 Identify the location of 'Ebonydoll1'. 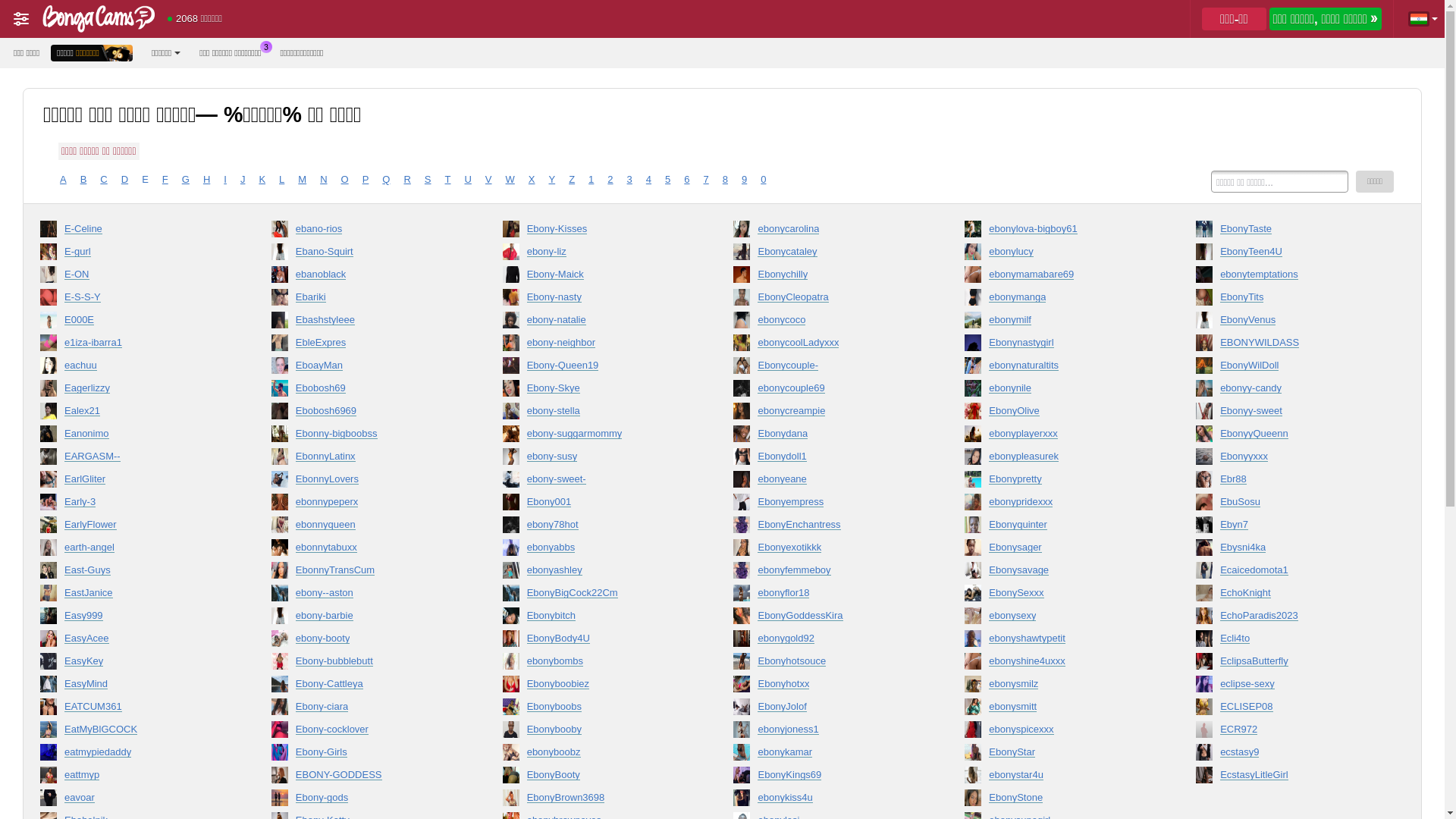
(826, 458).